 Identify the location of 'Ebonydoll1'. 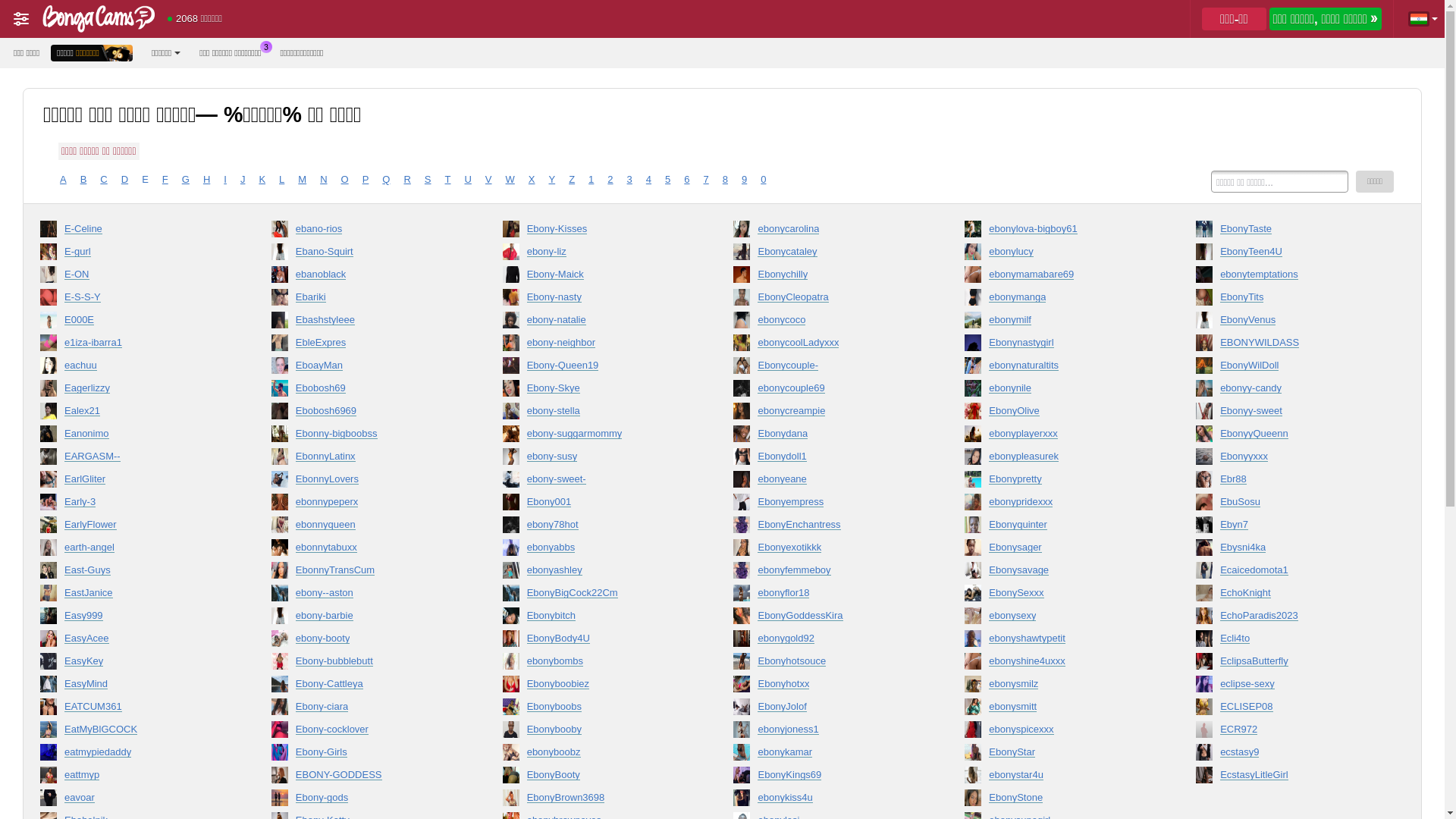
(826, 458).